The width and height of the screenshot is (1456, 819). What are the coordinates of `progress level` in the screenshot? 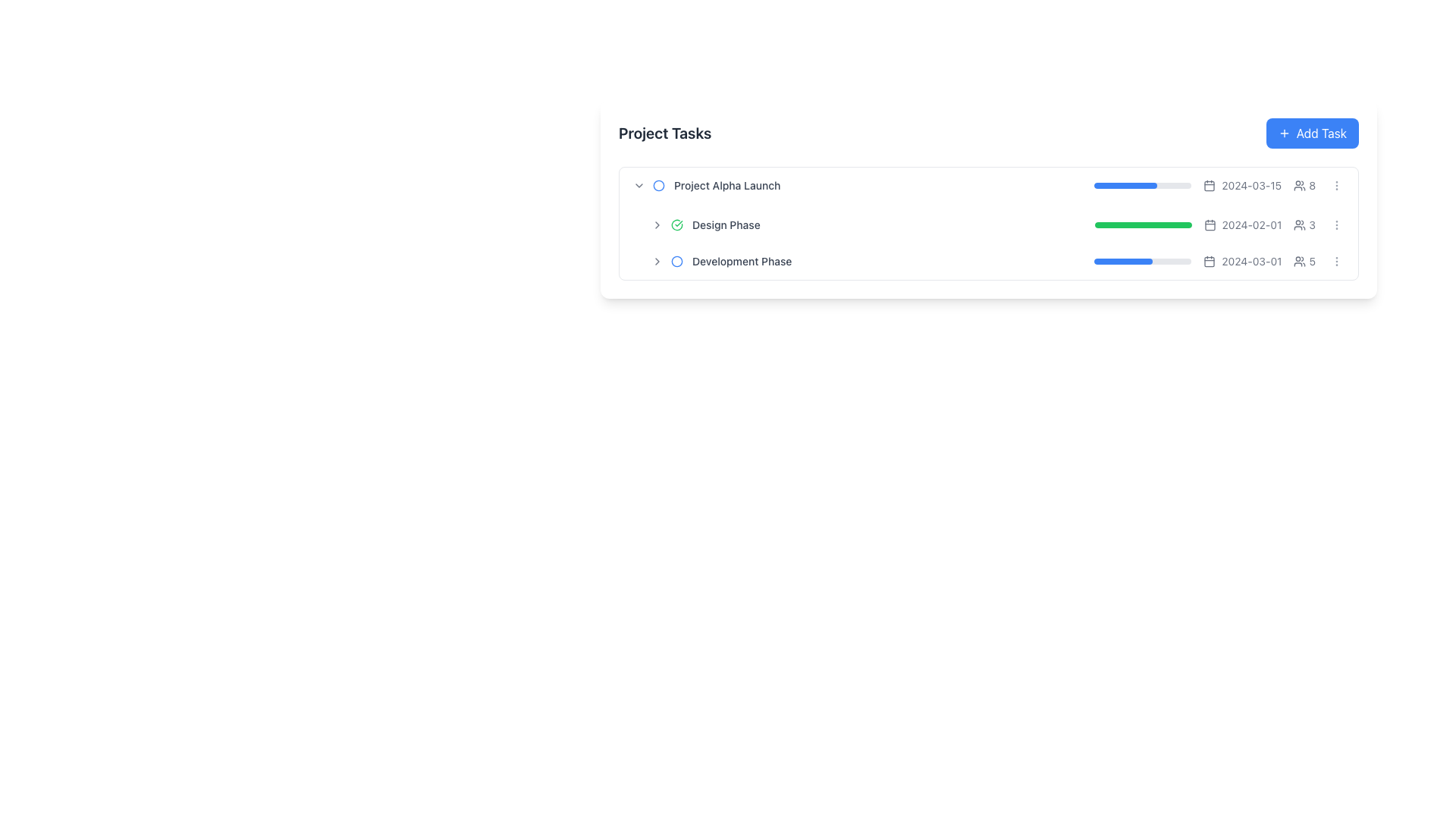 It's located at (1125, 225).